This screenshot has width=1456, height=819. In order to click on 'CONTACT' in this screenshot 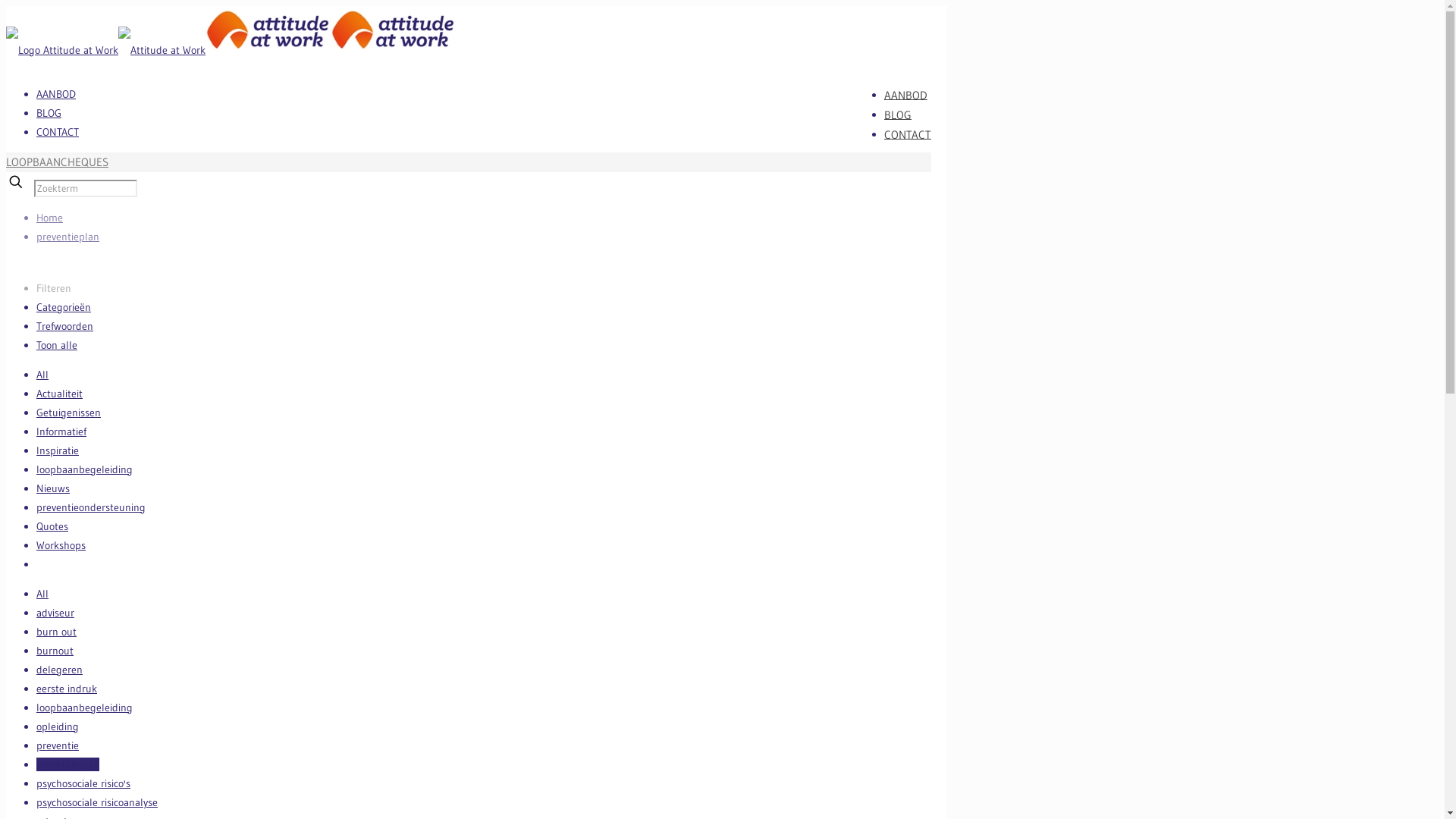, I will do `click(58, 130)`.